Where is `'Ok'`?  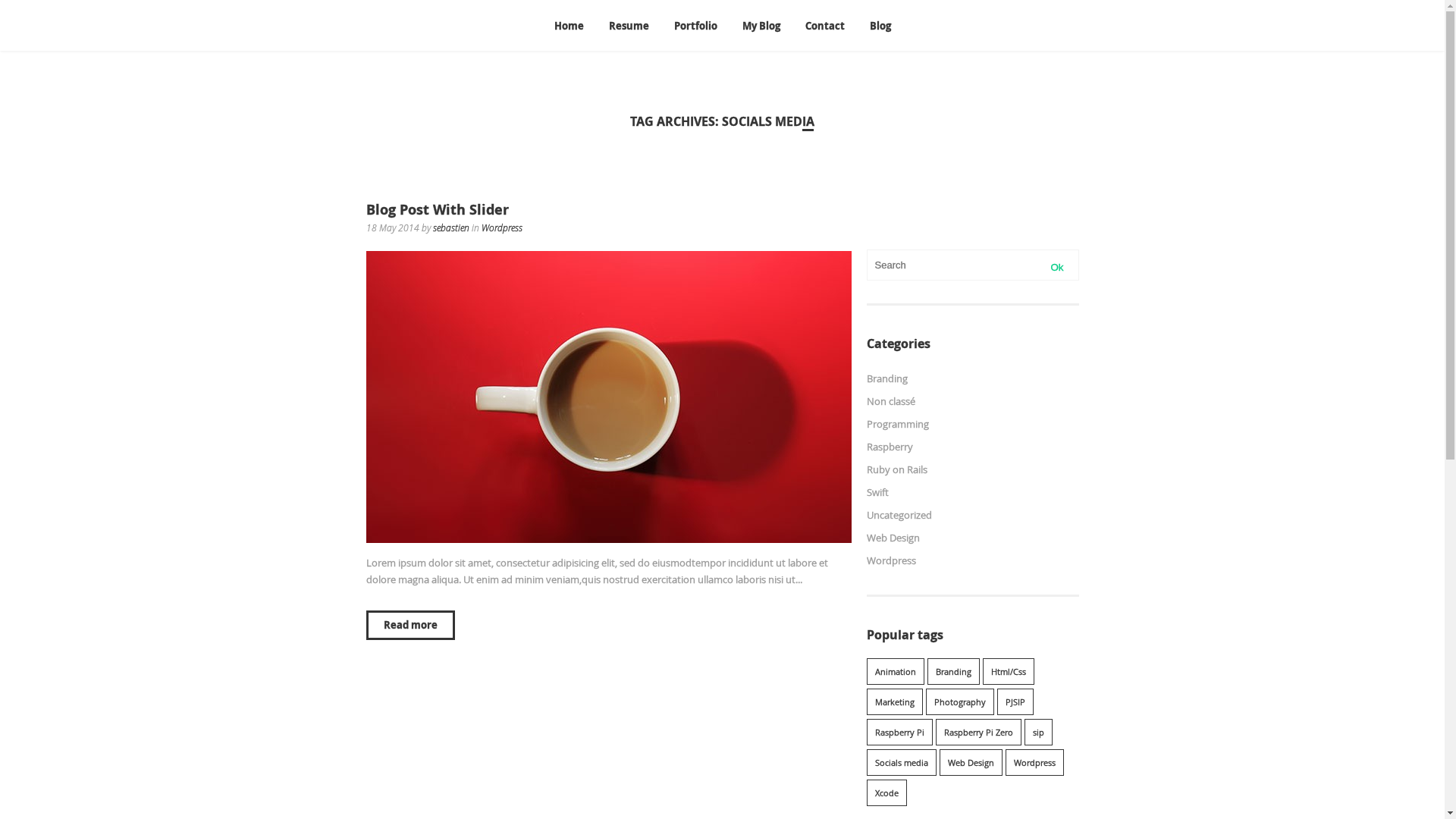 'Ok' is located at coordinates (1056, 266).